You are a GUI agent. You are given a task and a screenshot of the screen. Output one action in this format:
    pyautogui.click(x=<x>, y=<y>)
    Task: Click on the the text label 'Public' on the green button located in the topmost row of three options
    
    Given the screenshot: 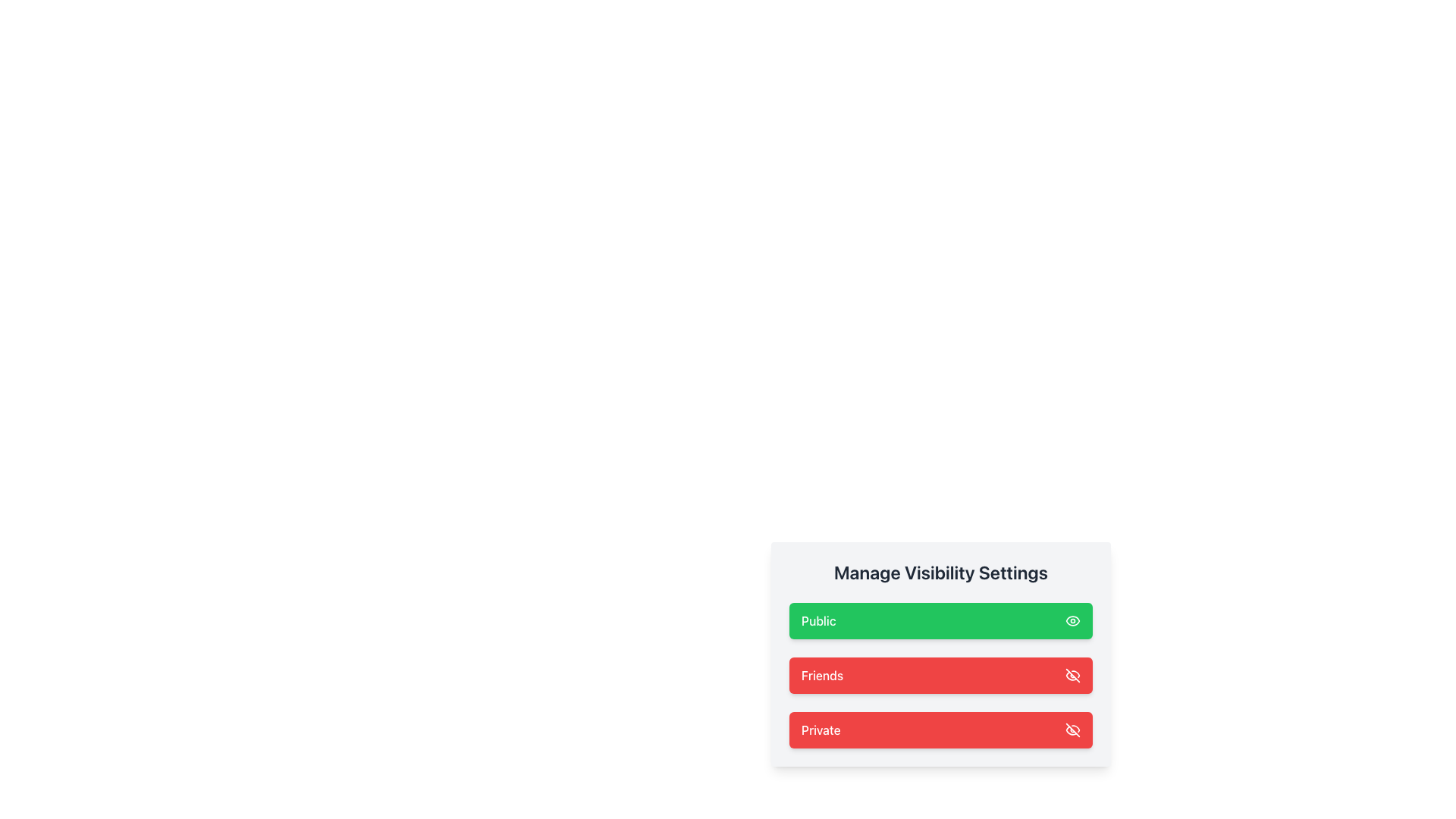 What is the action you would take?
    pyautogui.click(x=817, y=620)
    